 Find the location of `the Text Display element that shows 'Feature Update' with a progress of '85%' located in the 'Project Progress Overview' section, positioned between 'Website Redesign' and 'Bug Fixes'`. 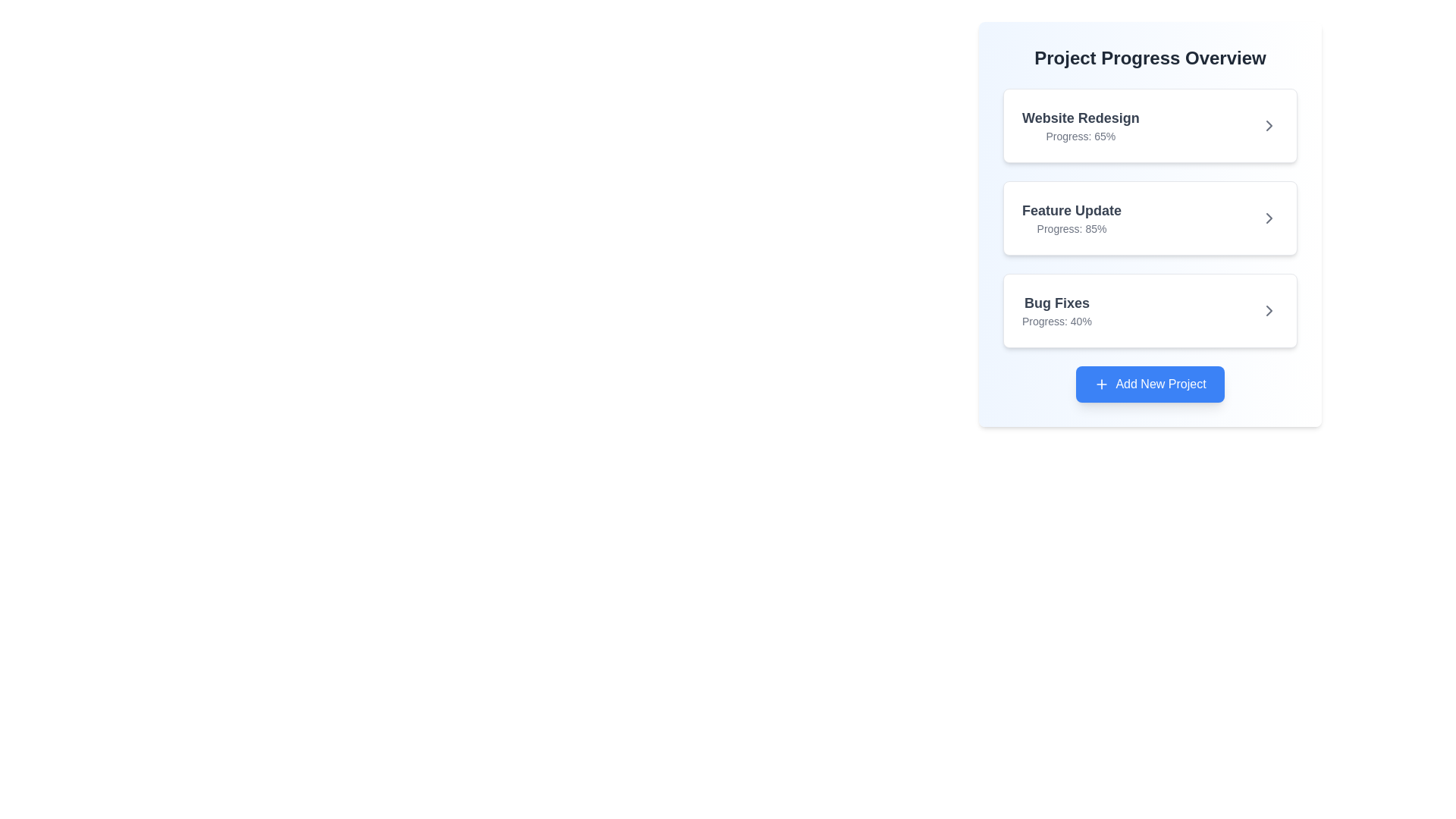

the Text Display element that shows 'Feature Update' with a progress of '85%' located in the 'Project Progress Overview' section, positioned between 'Website Redesign' and 'Bug Fixes' is located at coordinates (1071, 218).